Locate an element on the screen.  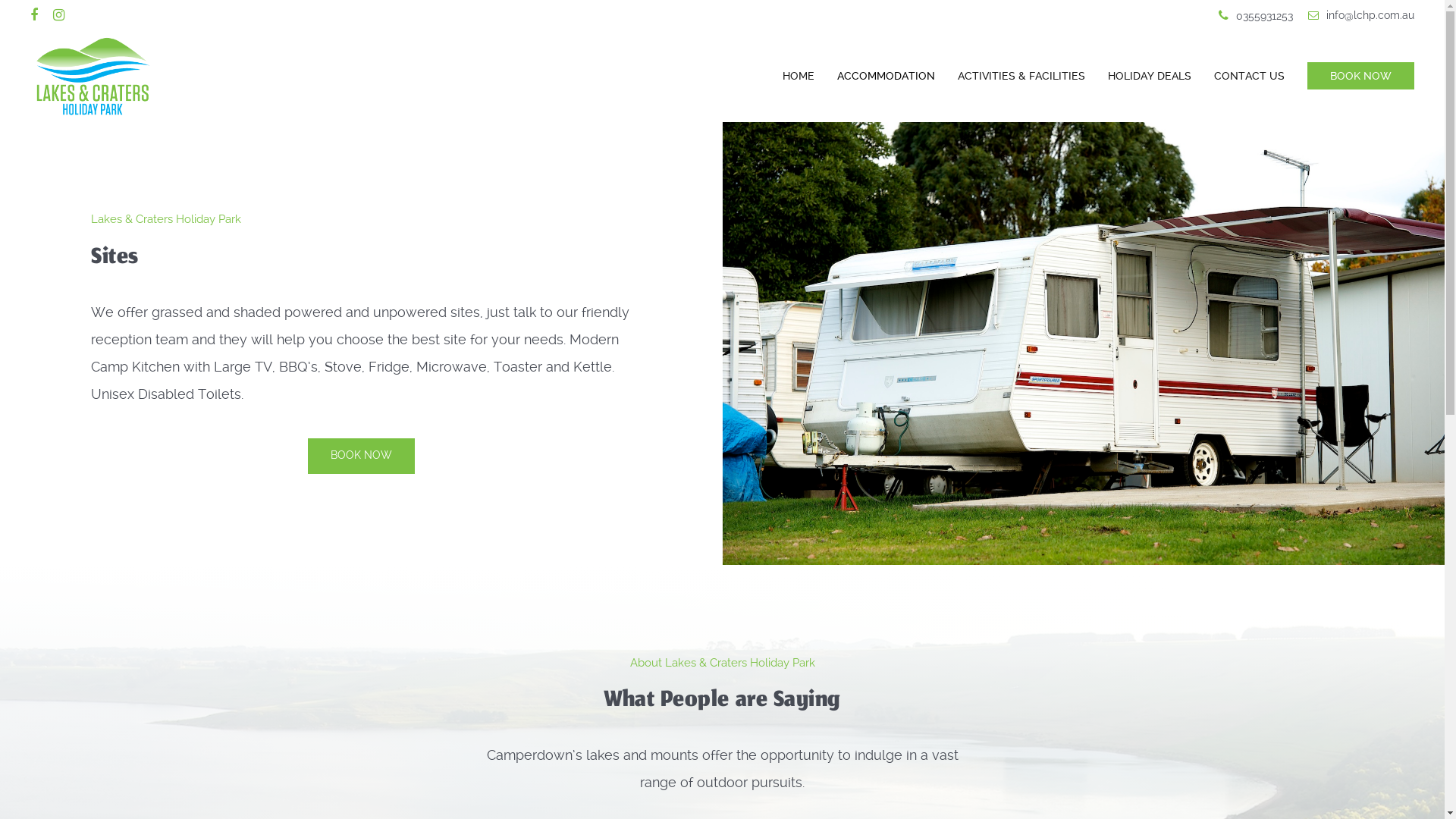
'CONTACT US' is located at coordinates (1249, 76).